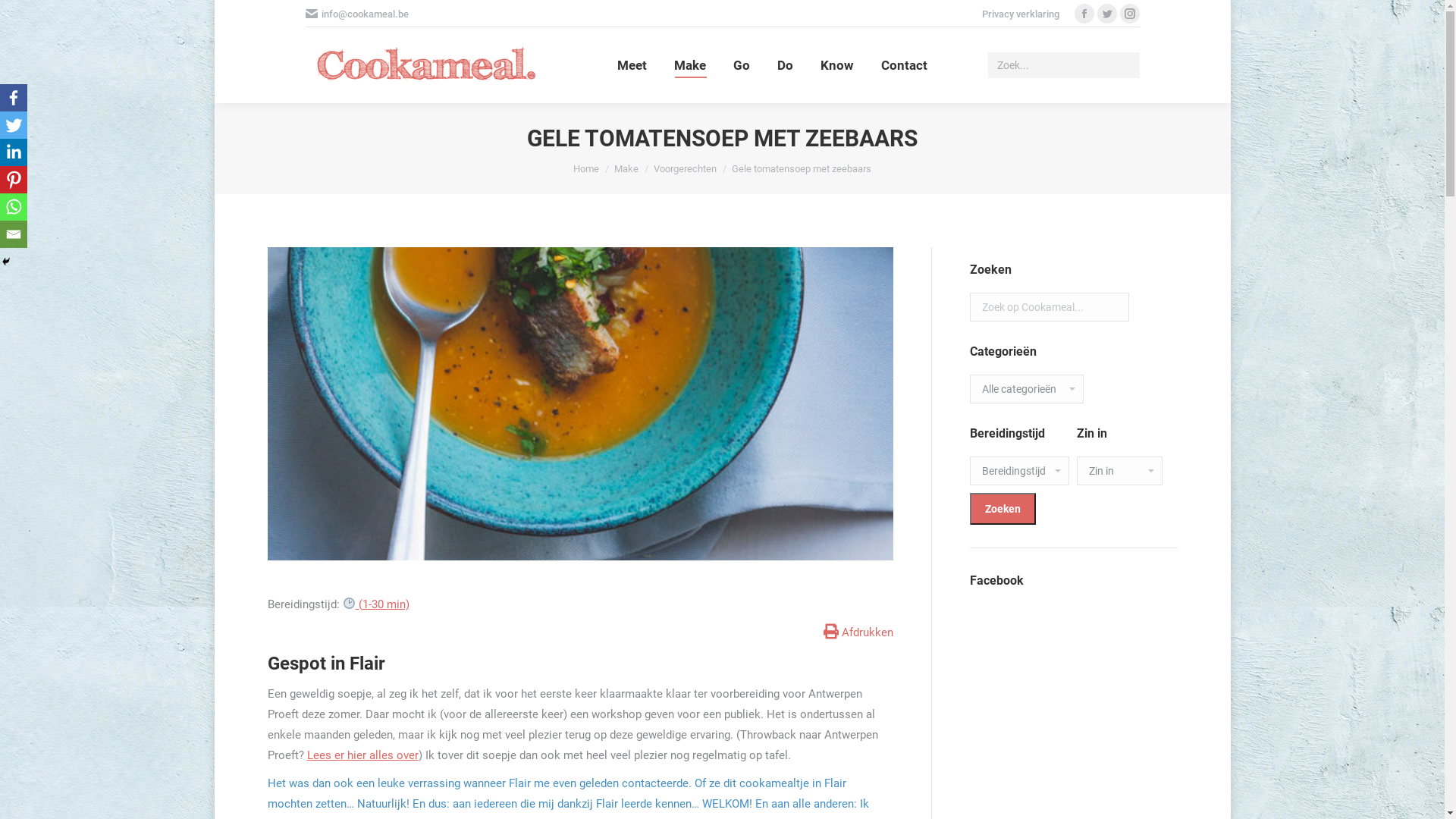 This screenshot has height=819, width=1456. What do you see at coordinates (585, 168) in the screenshot?
I see `'Home'` at bounding box center [585, 168].